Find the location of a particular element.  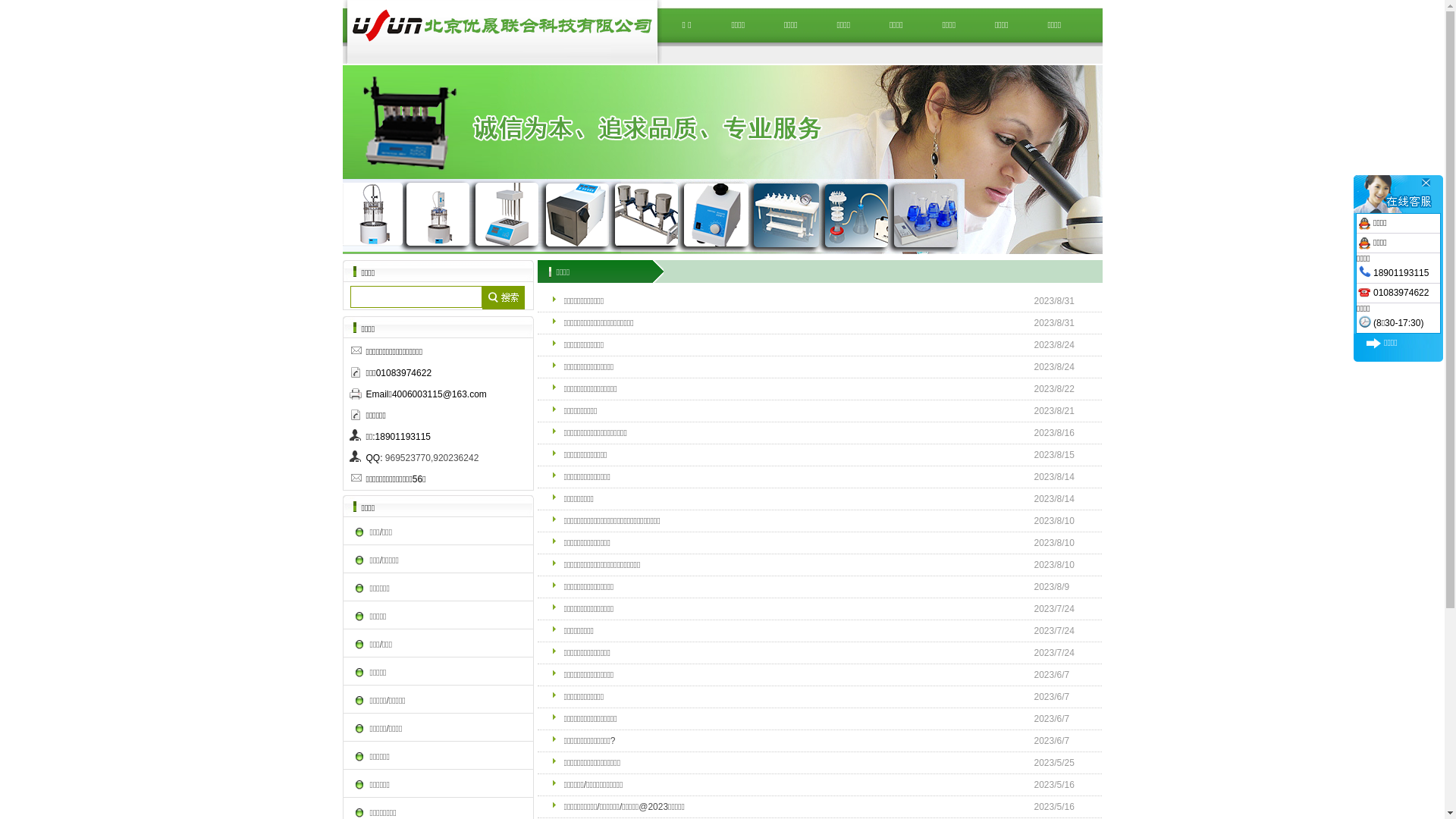

'969523770,920236242' is located at coordinates (385, 457).